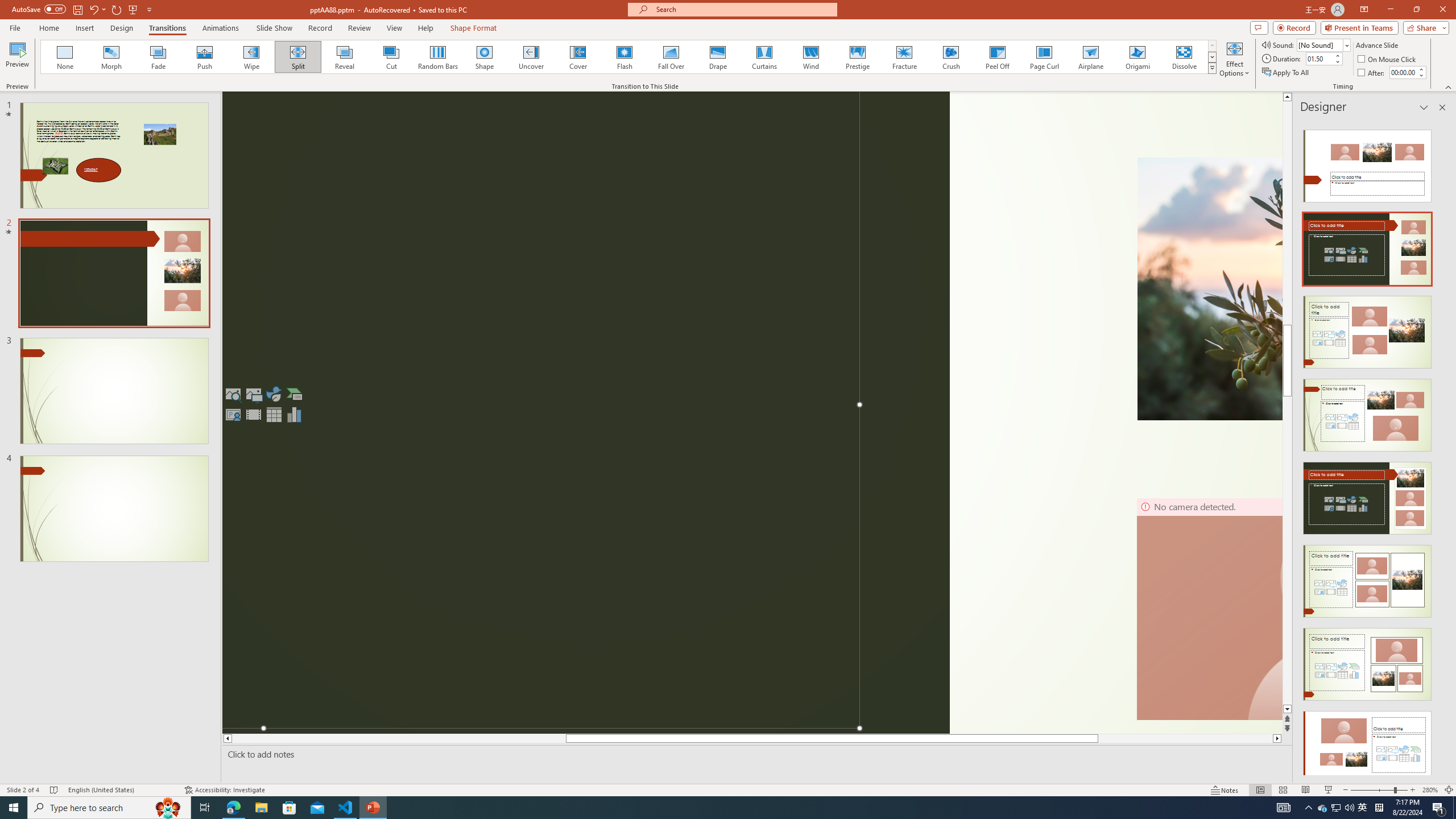 The height and width of the screenshot is (819, 1456). I want to click on 'On Mouse Click', so click(1387, 59).